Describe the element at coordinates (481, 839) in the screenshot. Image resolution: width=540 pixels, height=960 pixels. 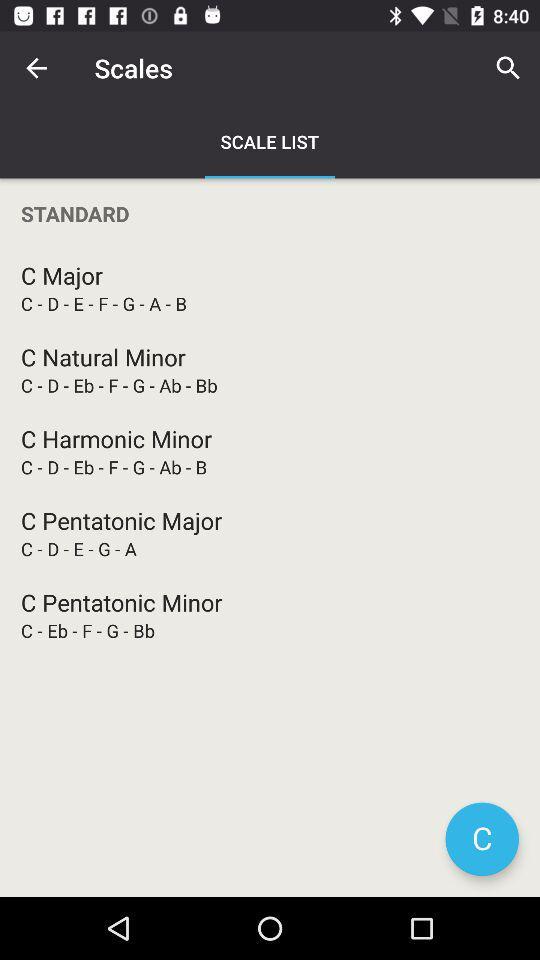
I see `item at the bottom right corner` at that location.